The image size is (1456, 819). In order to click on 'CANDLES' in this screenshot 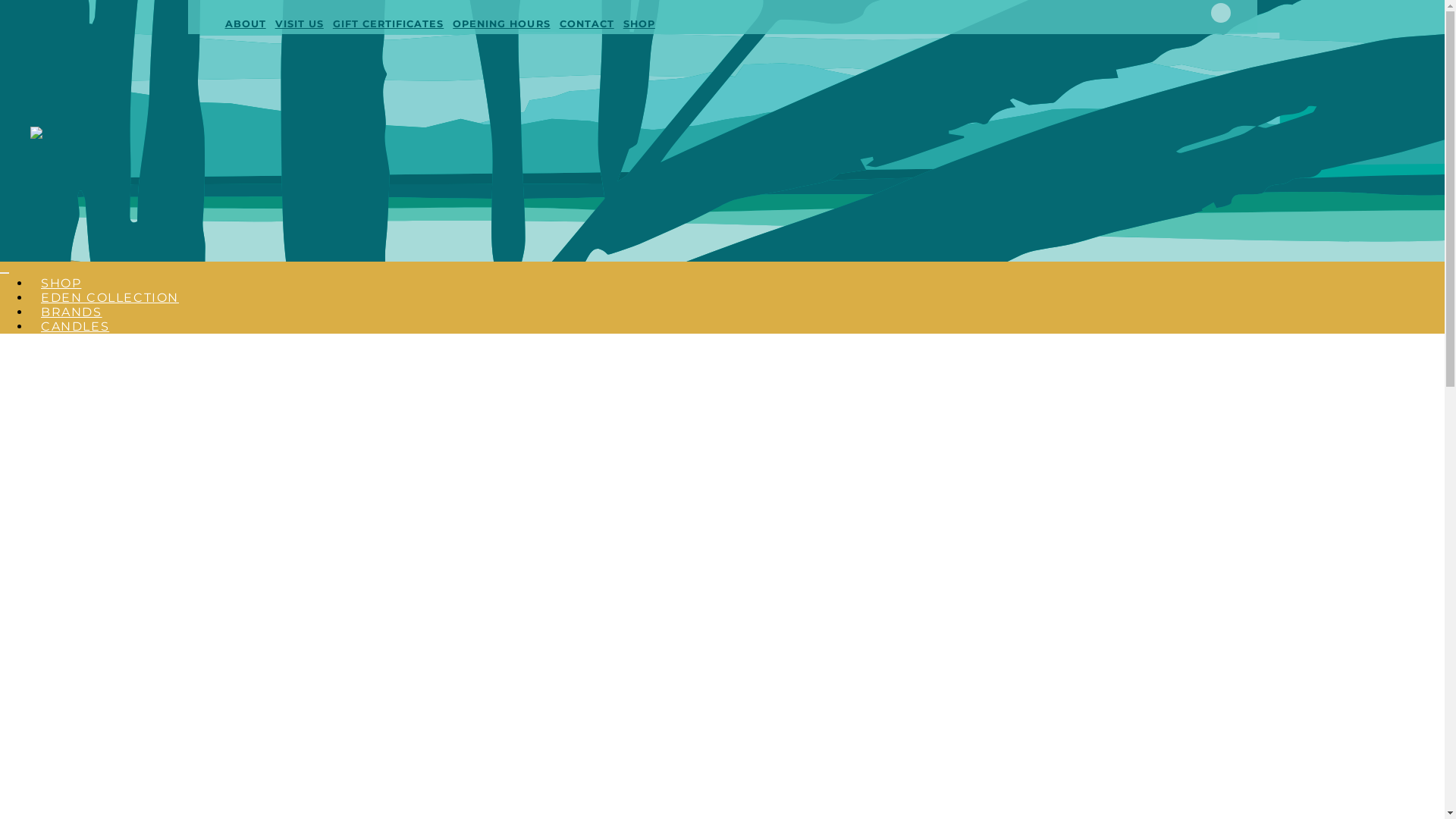, I will do `click(30, 325)`.